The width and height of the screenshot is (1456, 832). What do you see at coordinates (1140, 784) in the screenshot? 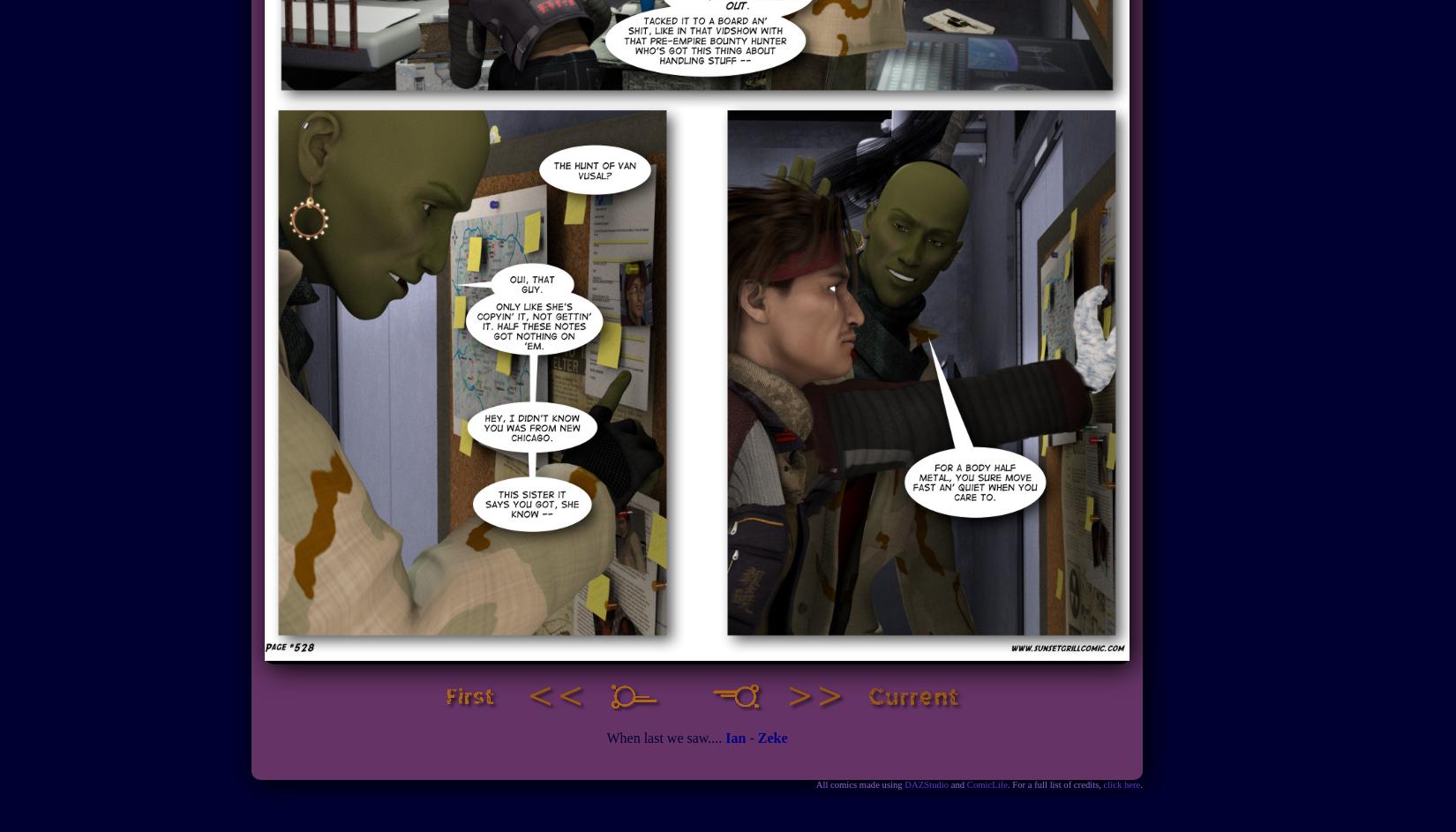
I see `'.'` at bounding box center [1140, 784].